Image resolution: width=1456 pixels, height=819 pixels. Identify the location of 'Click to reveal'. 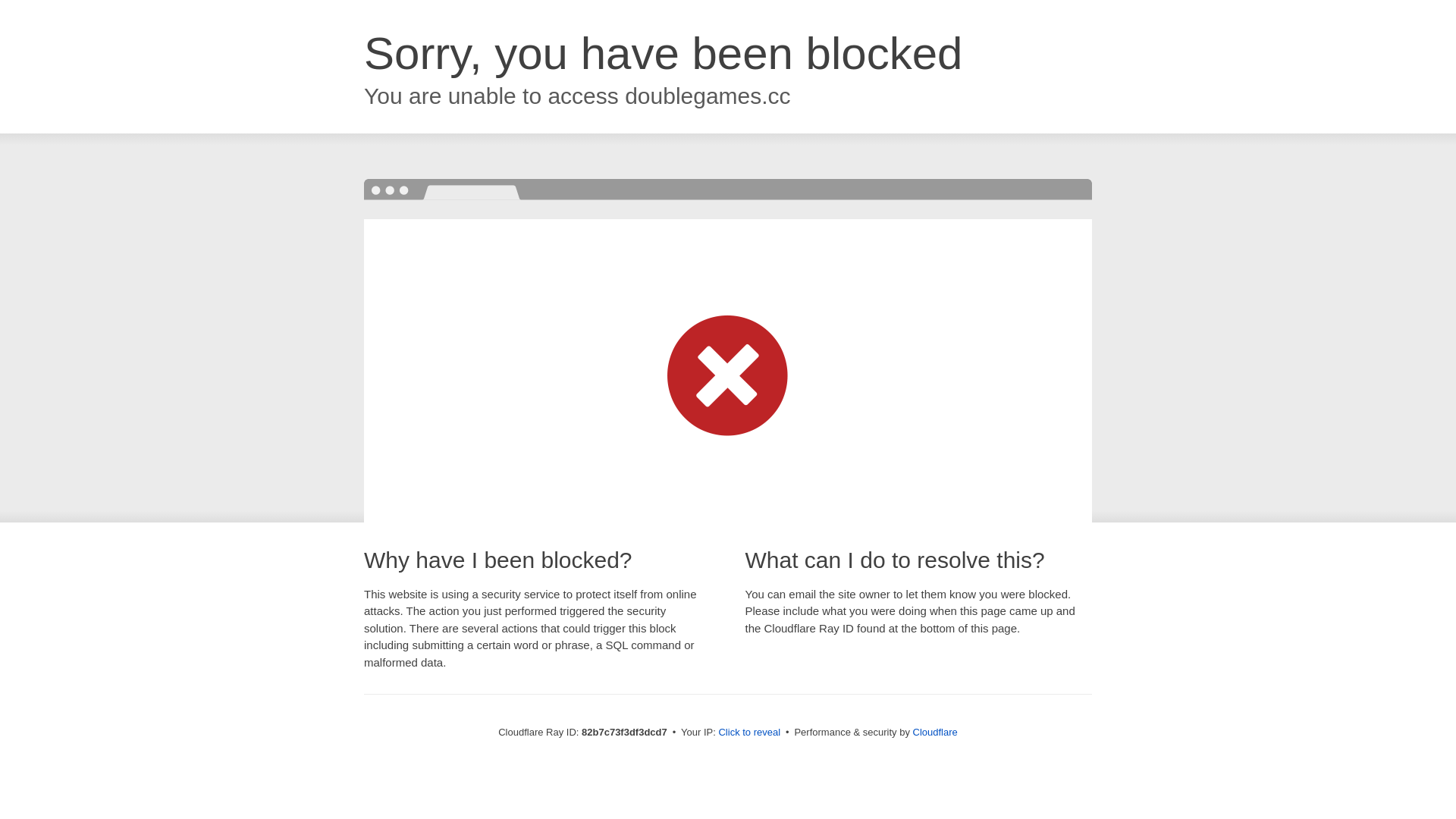
(749, 731).